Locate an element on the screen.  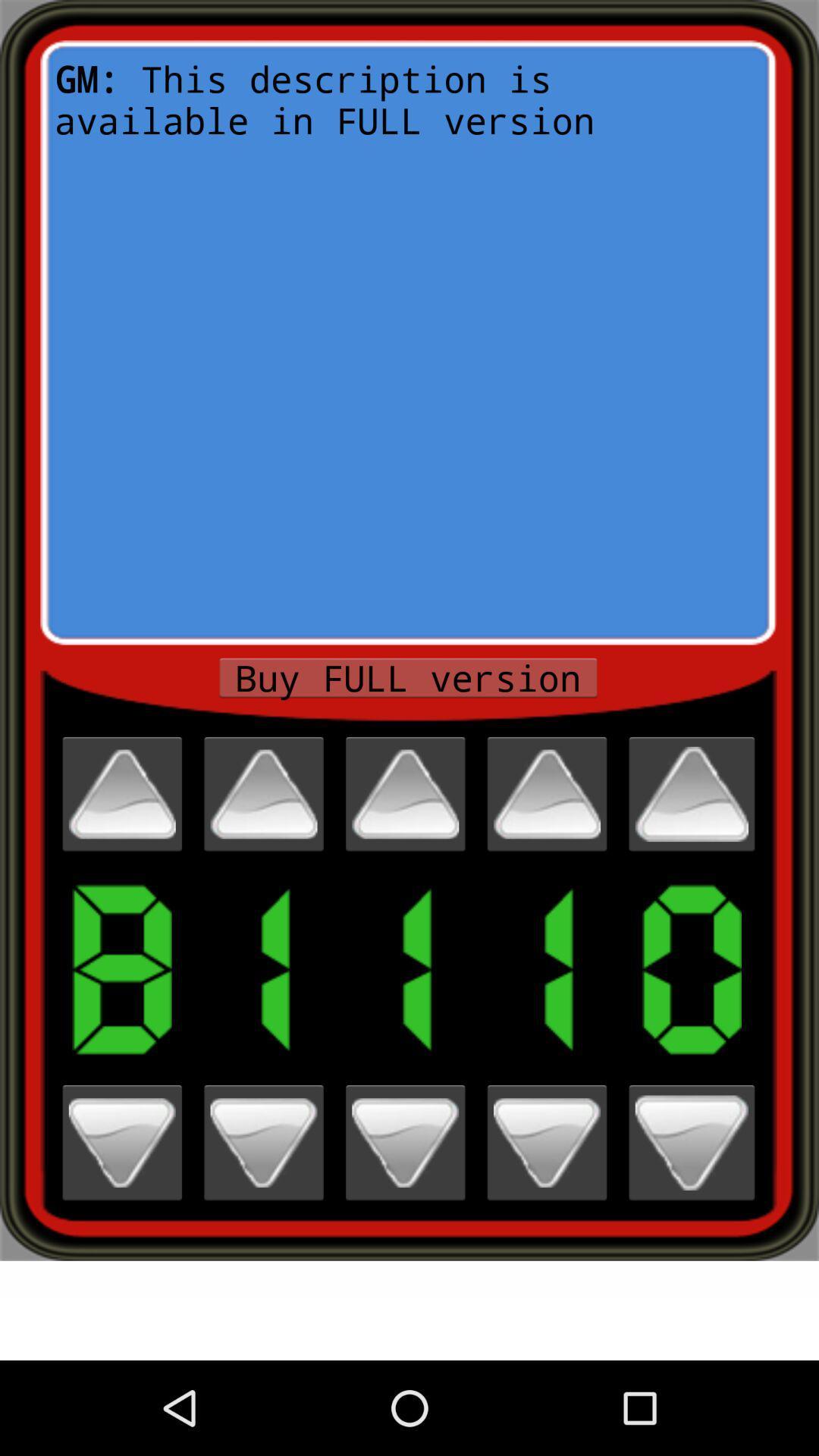
scroll up one digit is located at coordinates (121, 793).